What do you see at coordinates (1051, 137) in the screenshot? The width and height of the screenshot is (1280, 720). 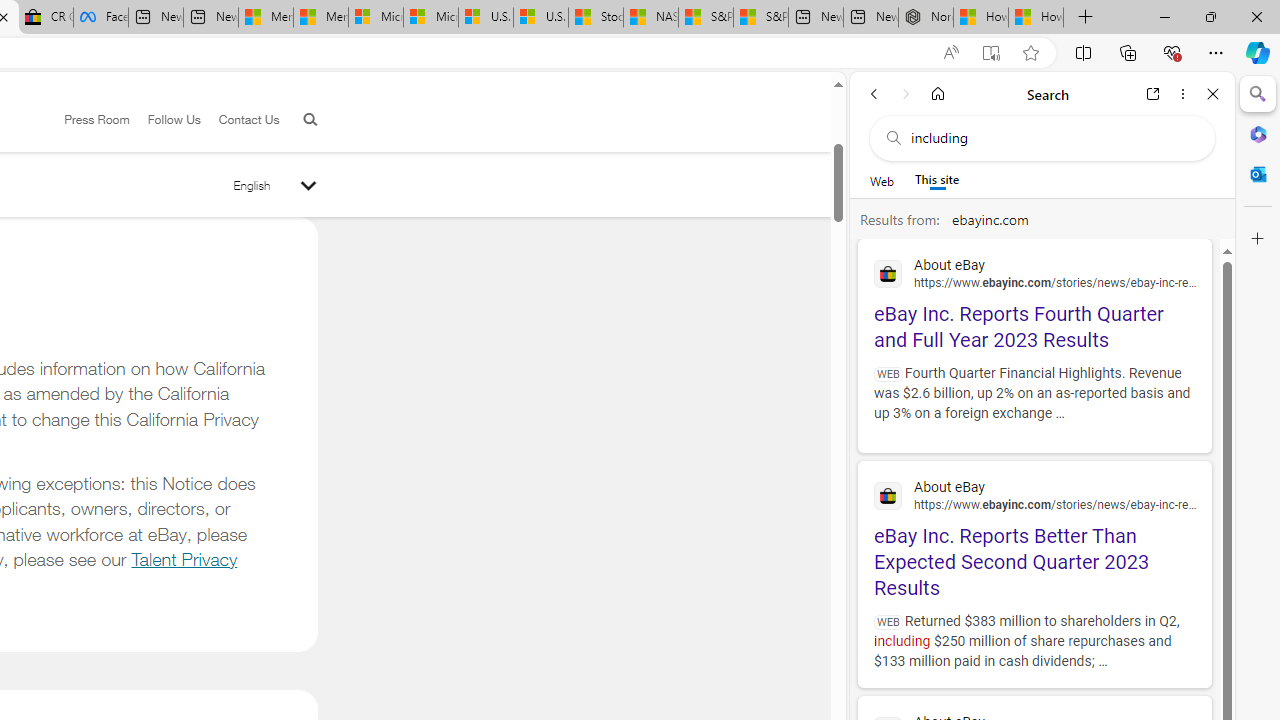 I see `'Search the web'` at bounding box center [1051, 137].